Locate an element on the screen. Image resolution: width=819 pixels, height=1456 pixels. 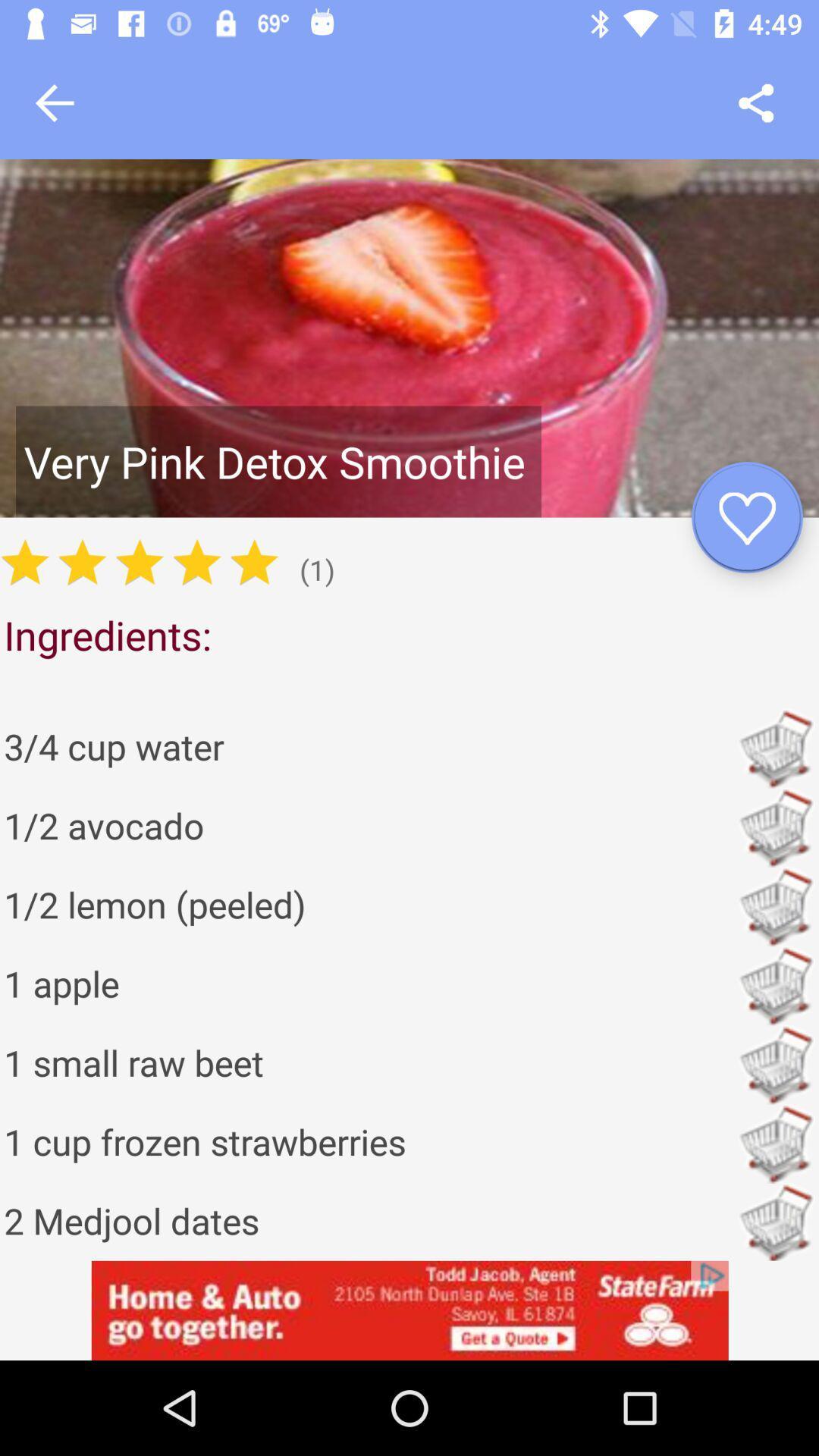
open advertisements is located at coordinates (409, 1310).